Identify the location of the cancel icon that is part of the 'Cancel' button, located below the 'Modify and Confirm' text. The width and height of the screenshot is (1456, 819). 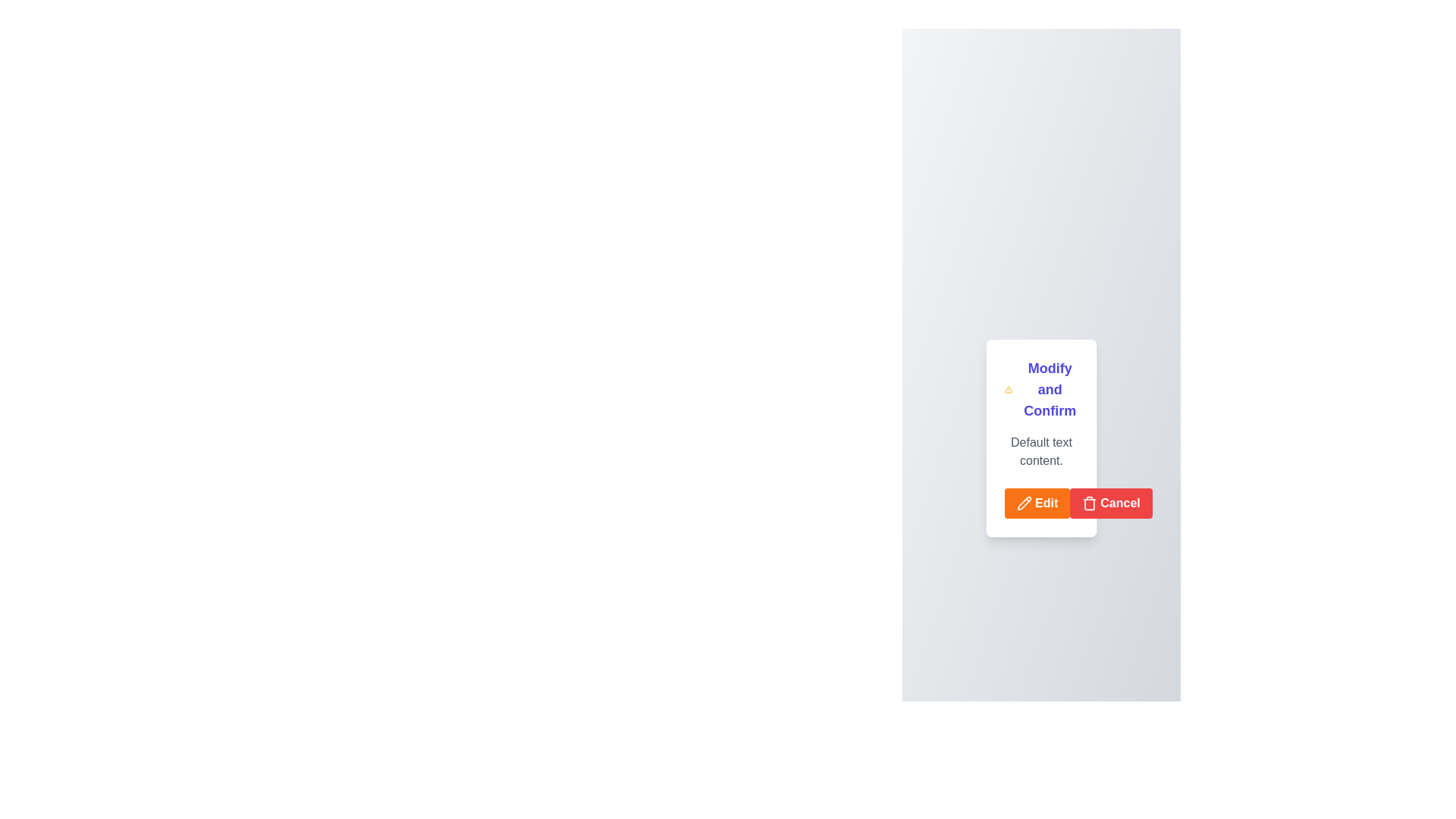
(1089, 503).